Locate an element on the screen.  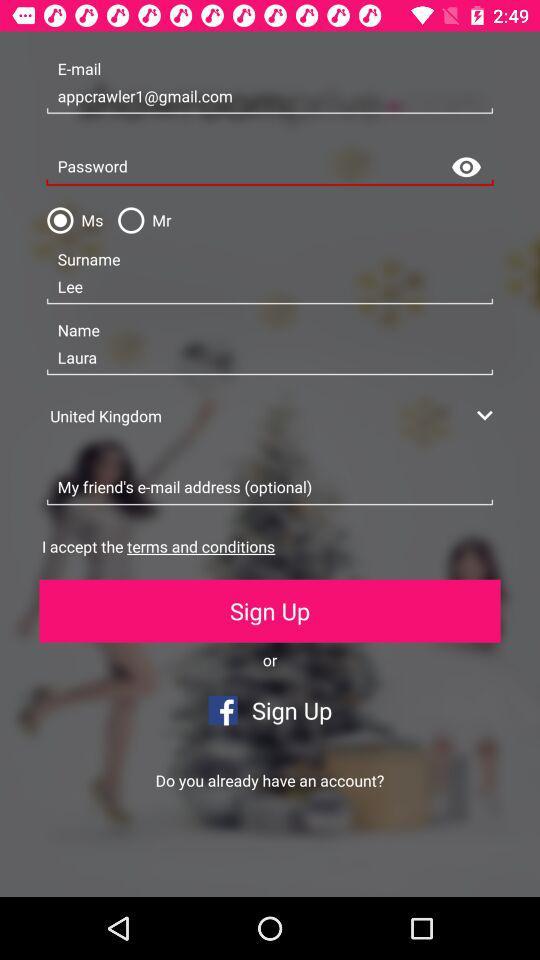
the icon below the lee item is located at coordinates (270, 358).